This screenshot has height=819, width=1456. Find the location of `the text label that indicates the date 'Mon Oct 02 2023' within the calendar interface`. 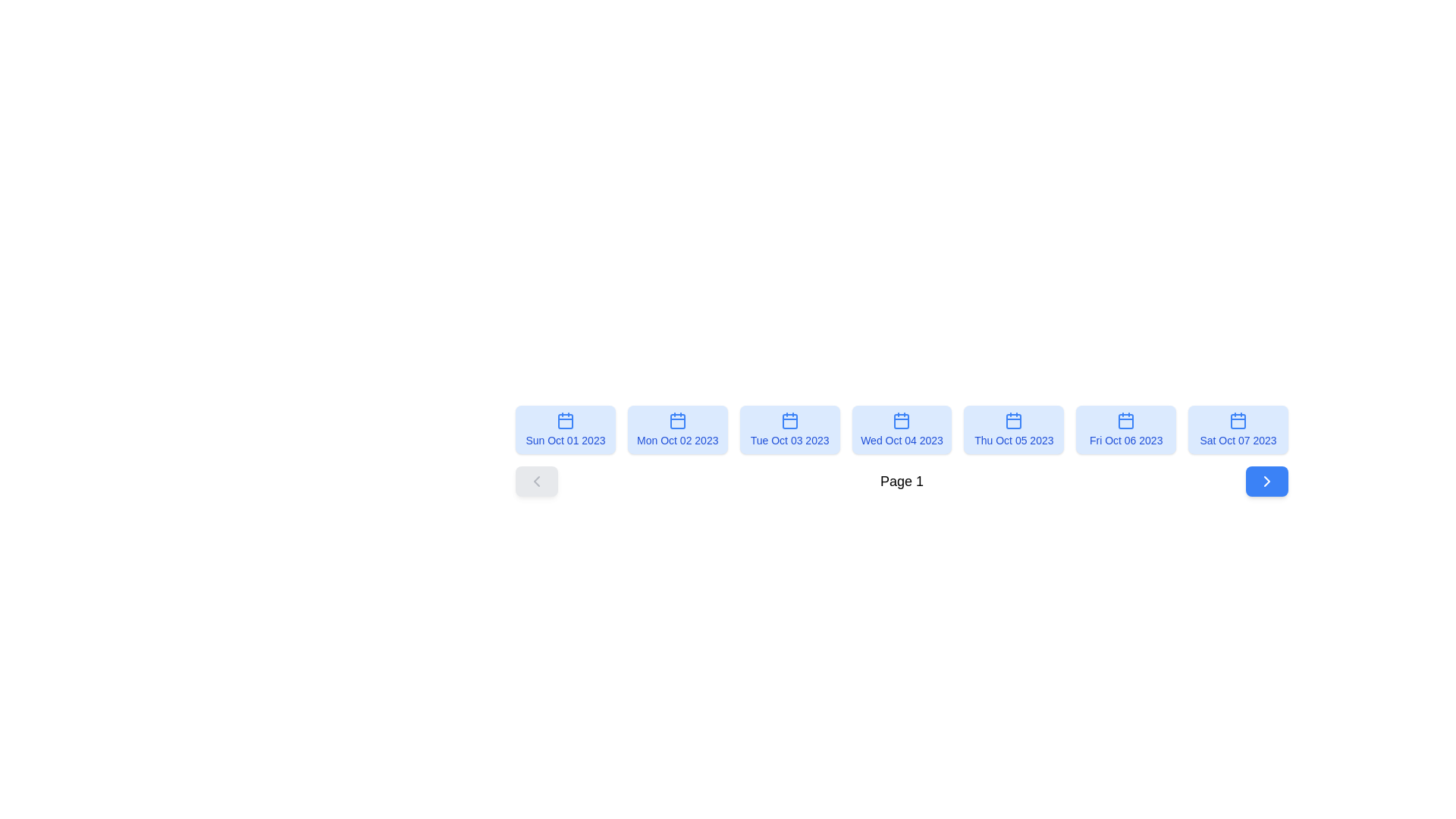

the text label that indicates the date 'Mon Oct 02 2023' within the calendar interface is located at coordinates (676, 441).